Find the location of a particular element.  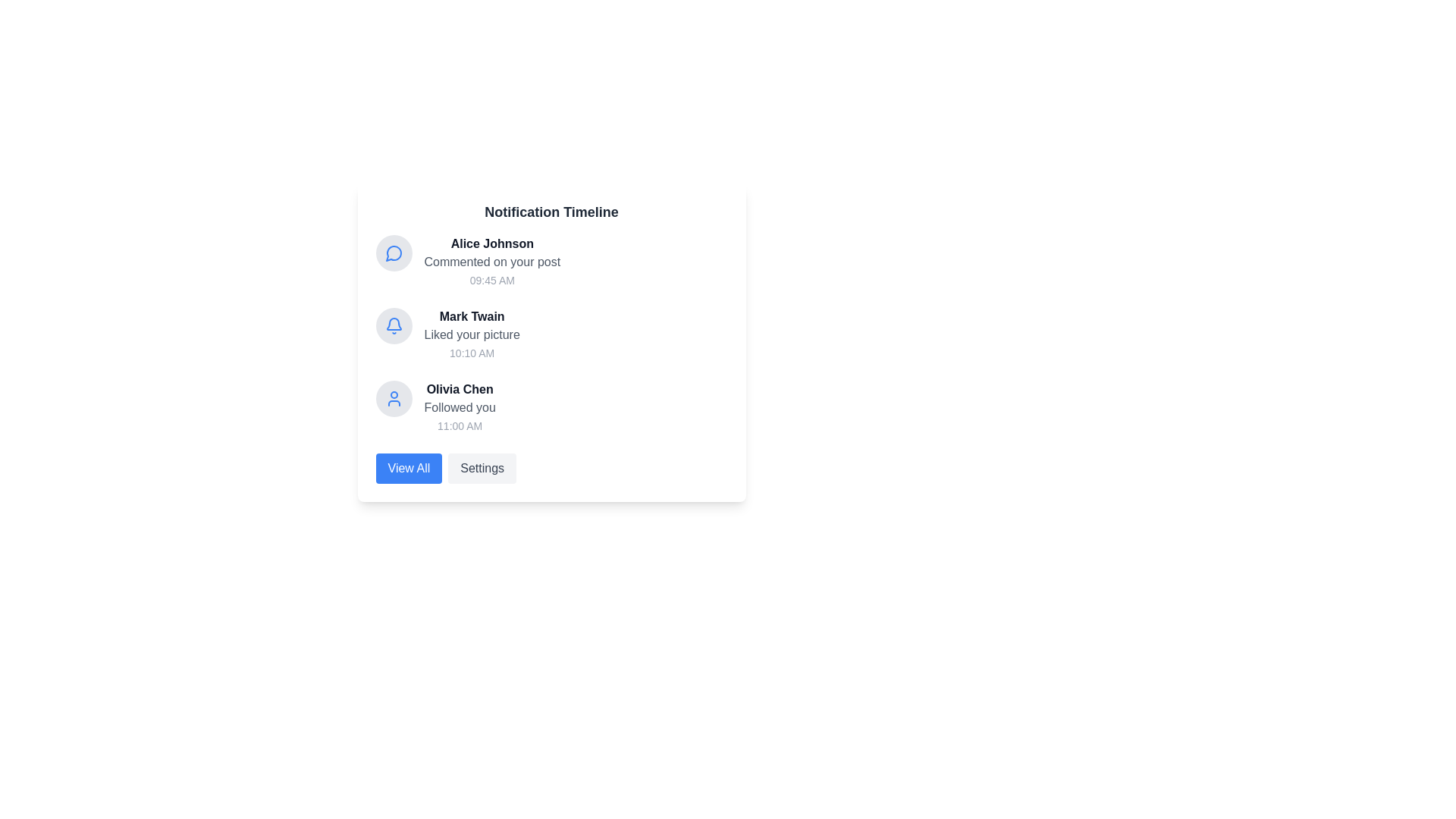

the leftmost button in the notification panel is located at coordinates (409, 467).